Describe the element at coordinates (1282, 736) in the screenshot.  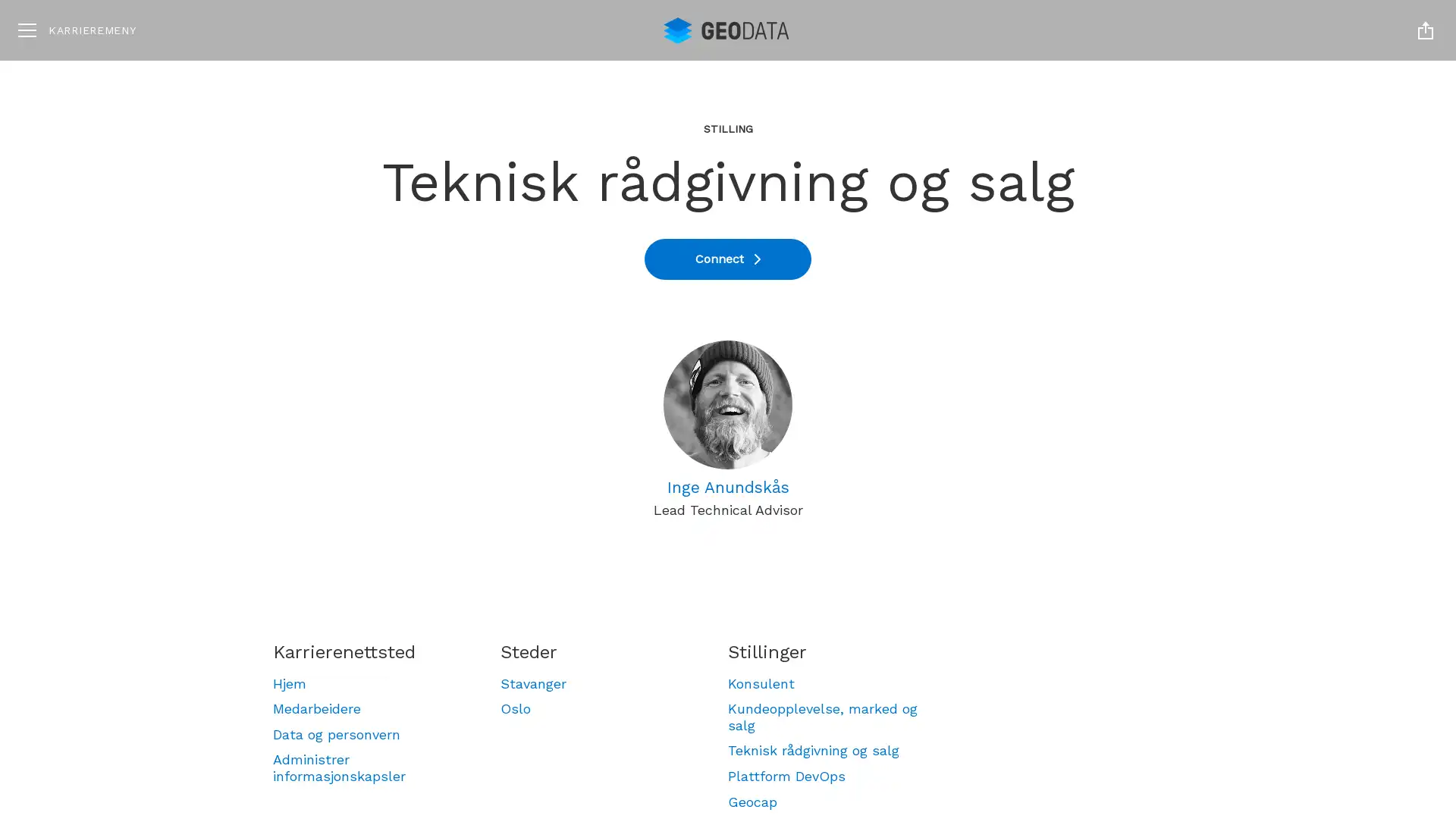
I see `Preferanser for informasjonskapsler` at that location.